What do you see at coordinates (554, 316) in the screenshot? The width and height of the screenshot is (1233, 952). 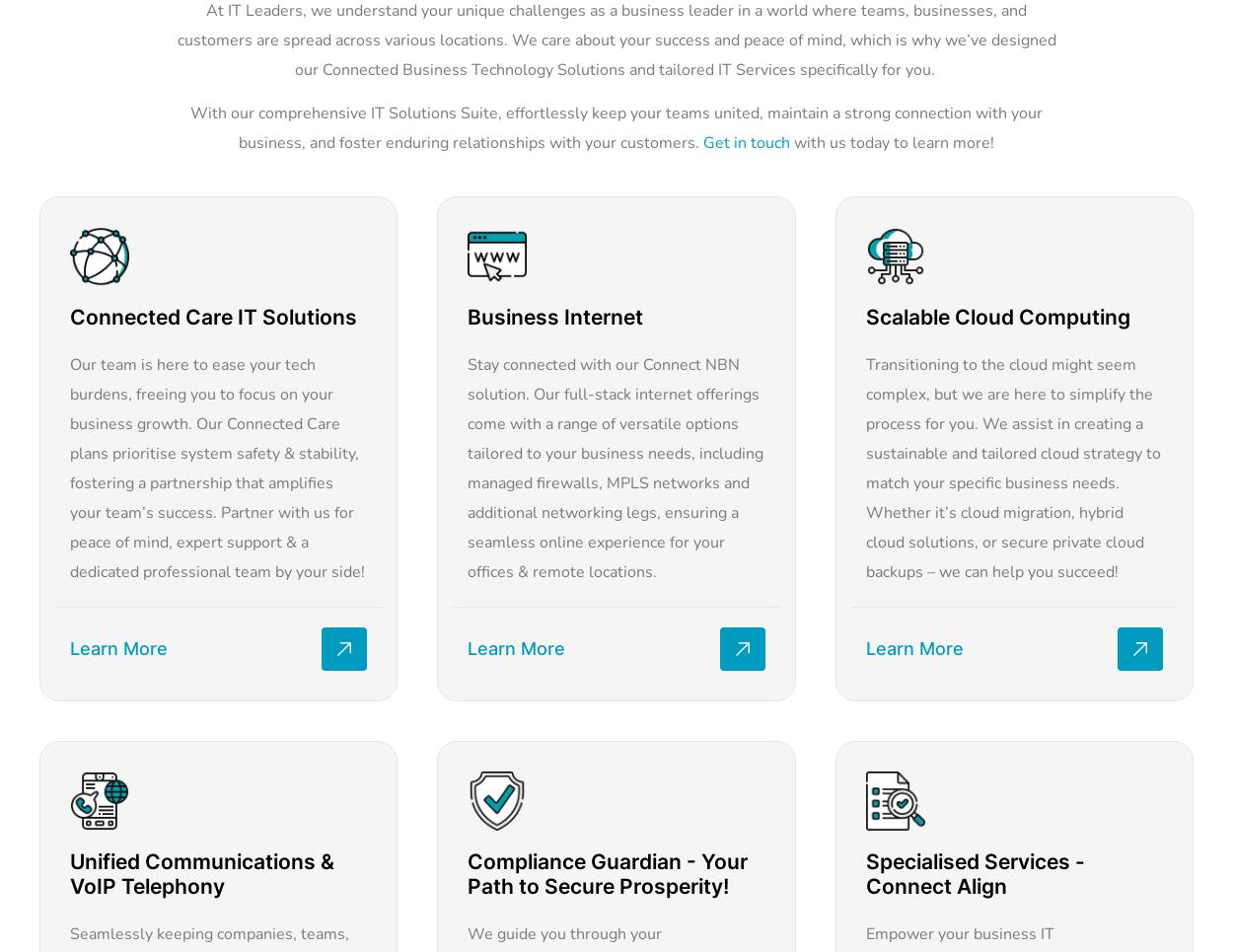 I see `'Business Internet'` at bounding box center [554, 316].